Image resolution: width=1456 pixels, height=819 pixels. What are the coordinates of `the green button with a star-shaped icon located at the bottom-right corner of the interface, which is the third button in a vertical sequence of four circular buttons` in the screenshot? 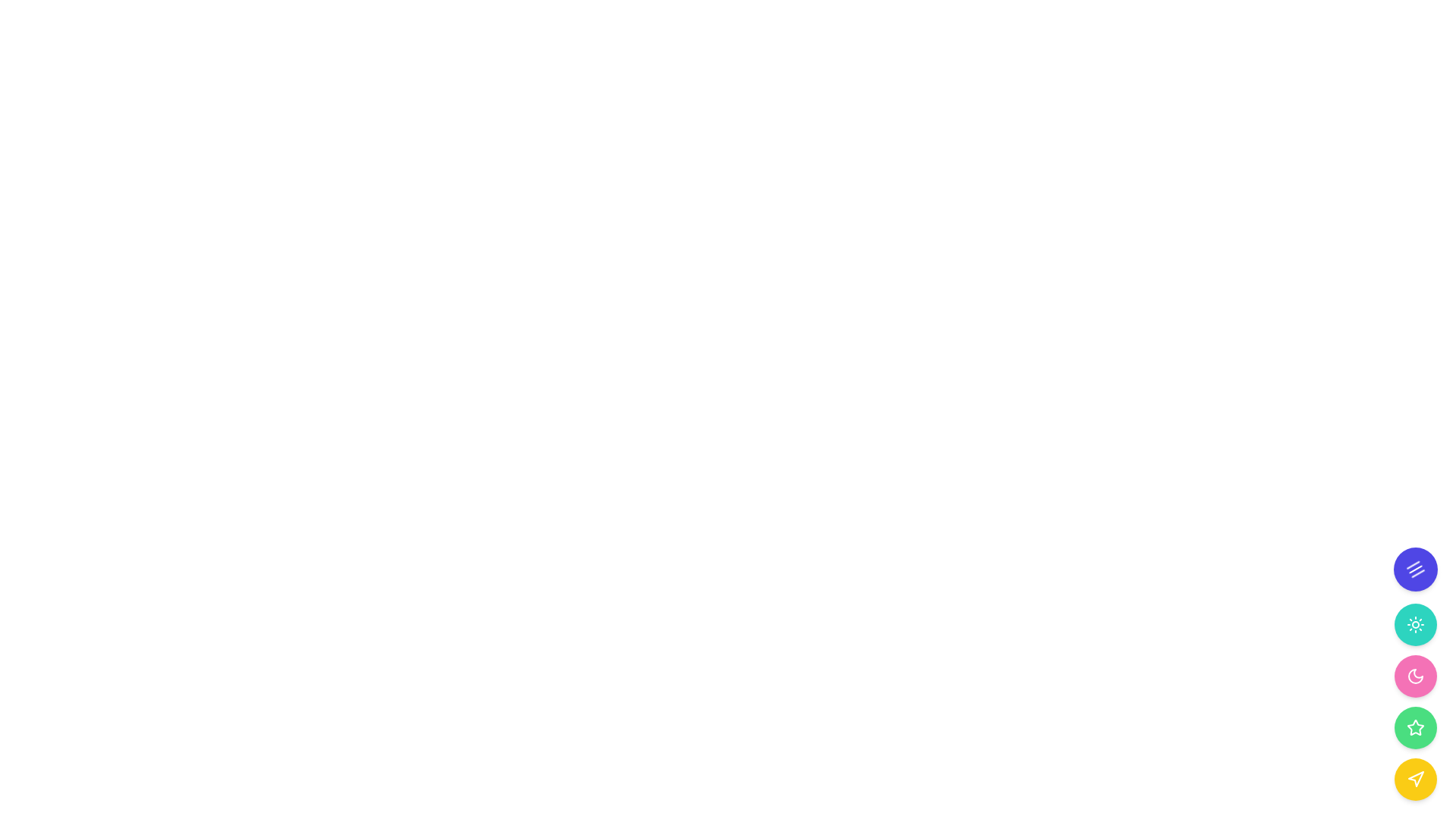 It's located at (1415, 701).